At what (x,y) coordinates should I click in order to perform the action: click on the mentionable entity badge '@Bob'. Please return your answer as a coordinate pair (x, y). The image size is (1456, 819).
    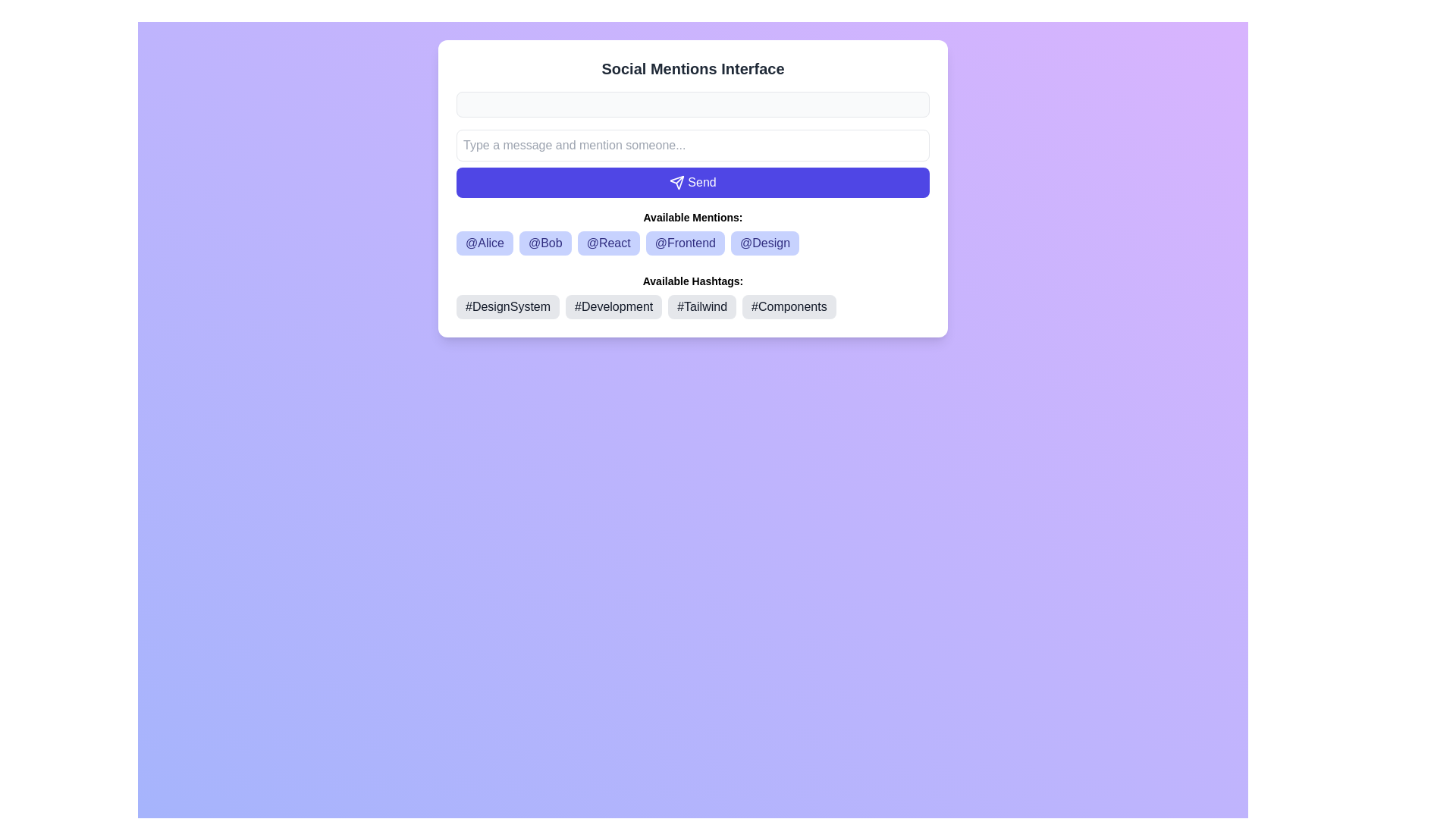
    Looking at the image, I should click on (545, 242).